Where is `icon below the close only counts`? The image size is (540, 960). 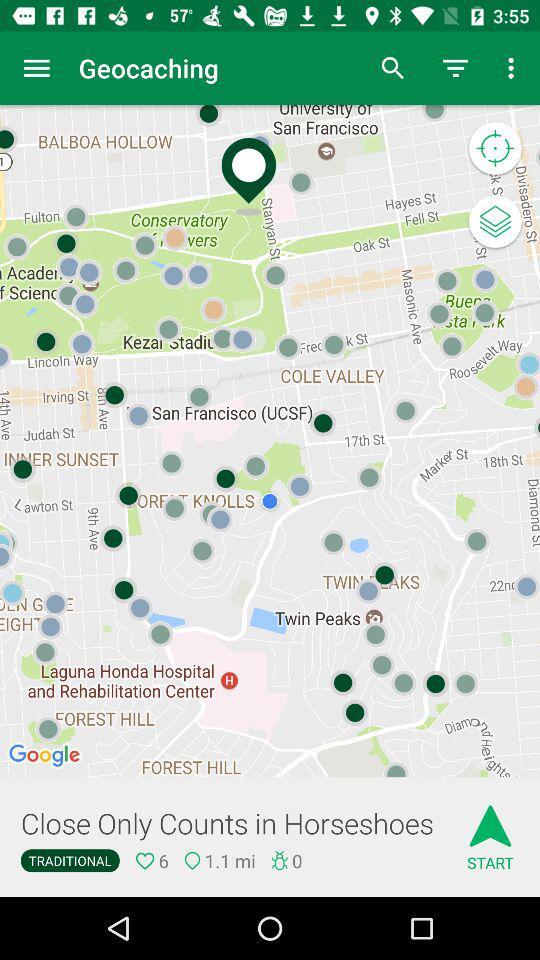
icon below the close only counts is located at coordinates (69, 859).